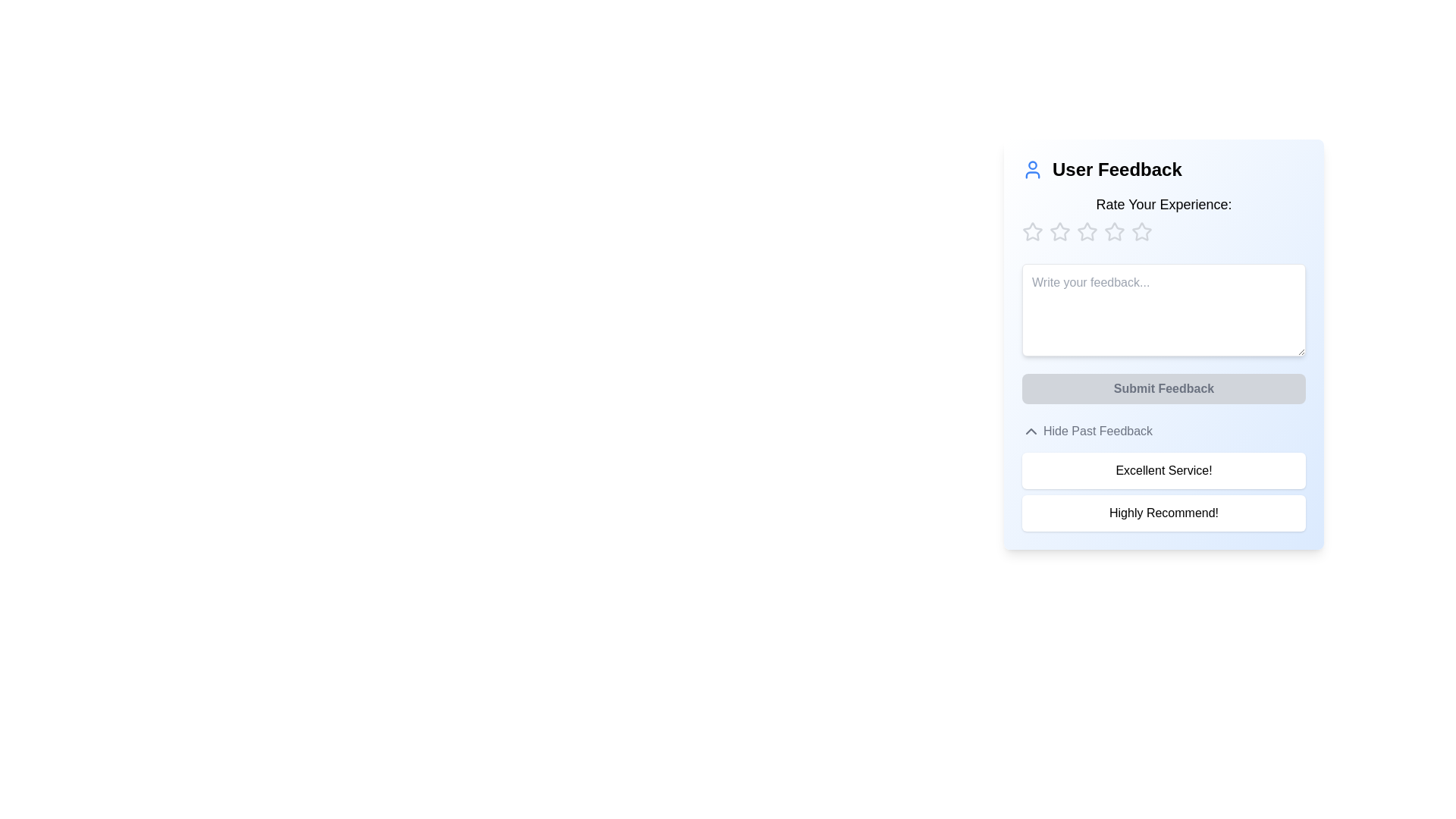 The image size is (1456, 819). I want to click on the second star icon in the rating row, so click(1059, 231).